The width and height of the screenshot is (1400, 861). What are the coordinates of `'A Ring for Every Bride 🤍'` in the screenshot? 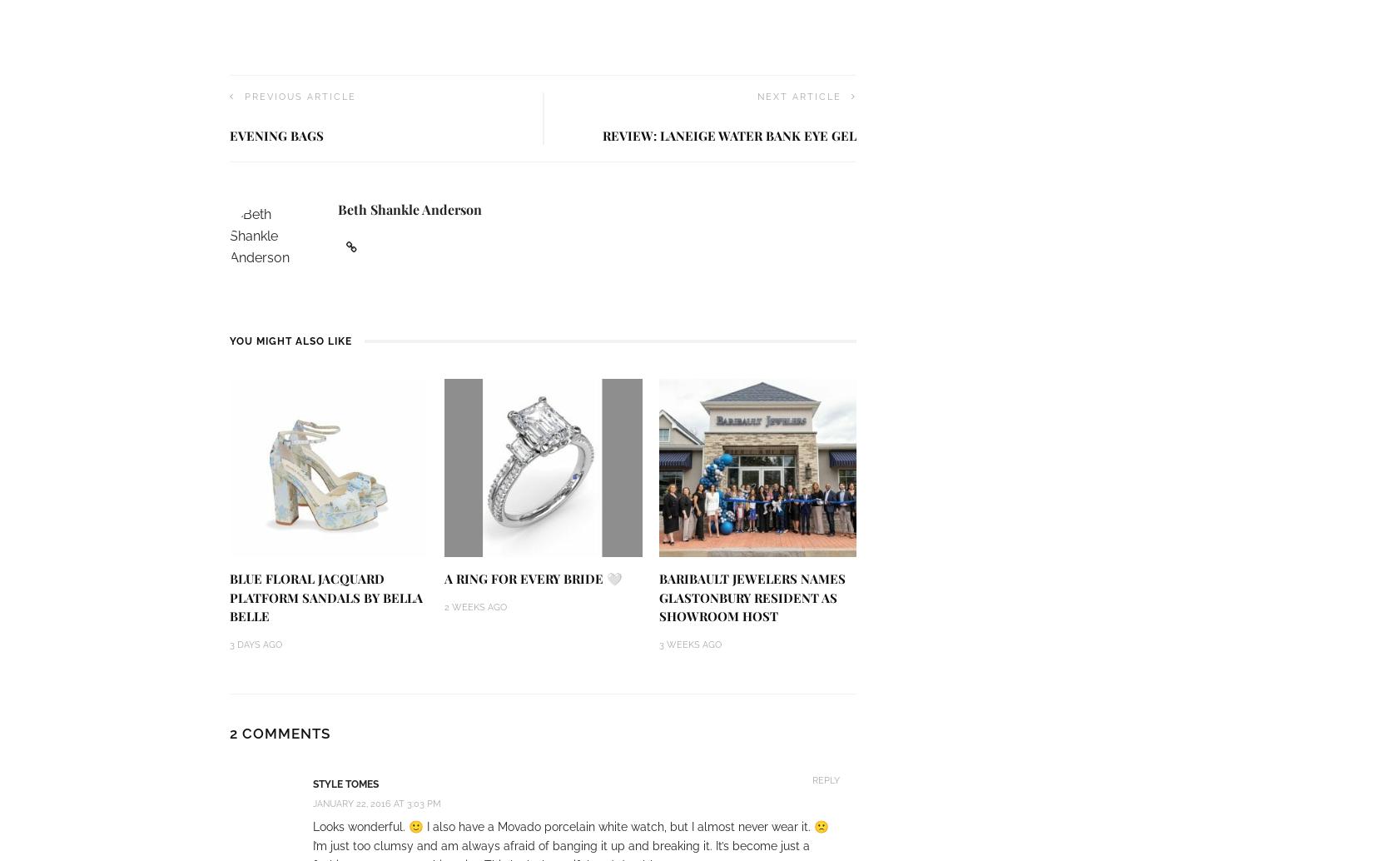 It's located at (533, 578).